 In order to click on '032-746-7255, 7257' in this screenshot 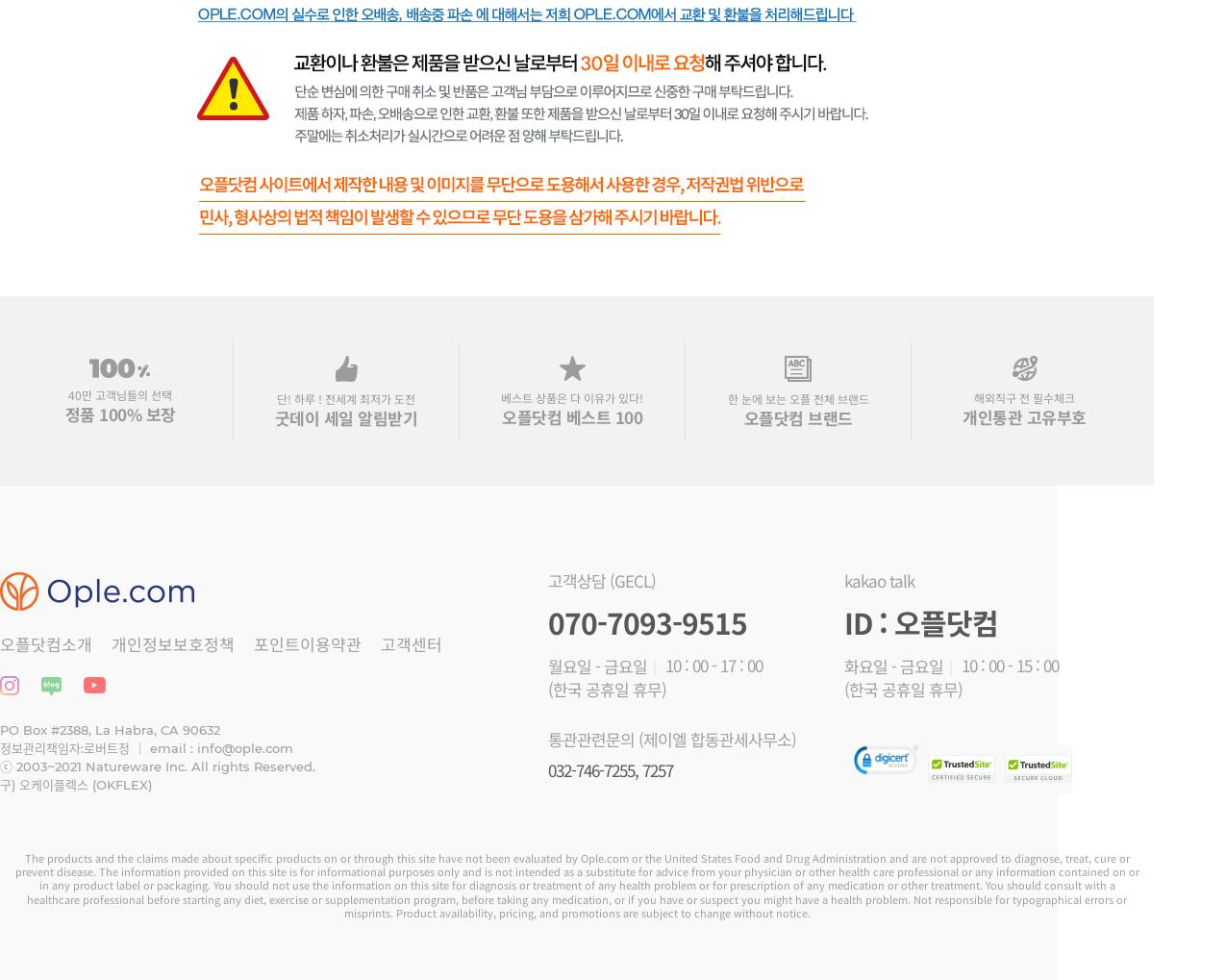, I will do `click(610, 768)`.